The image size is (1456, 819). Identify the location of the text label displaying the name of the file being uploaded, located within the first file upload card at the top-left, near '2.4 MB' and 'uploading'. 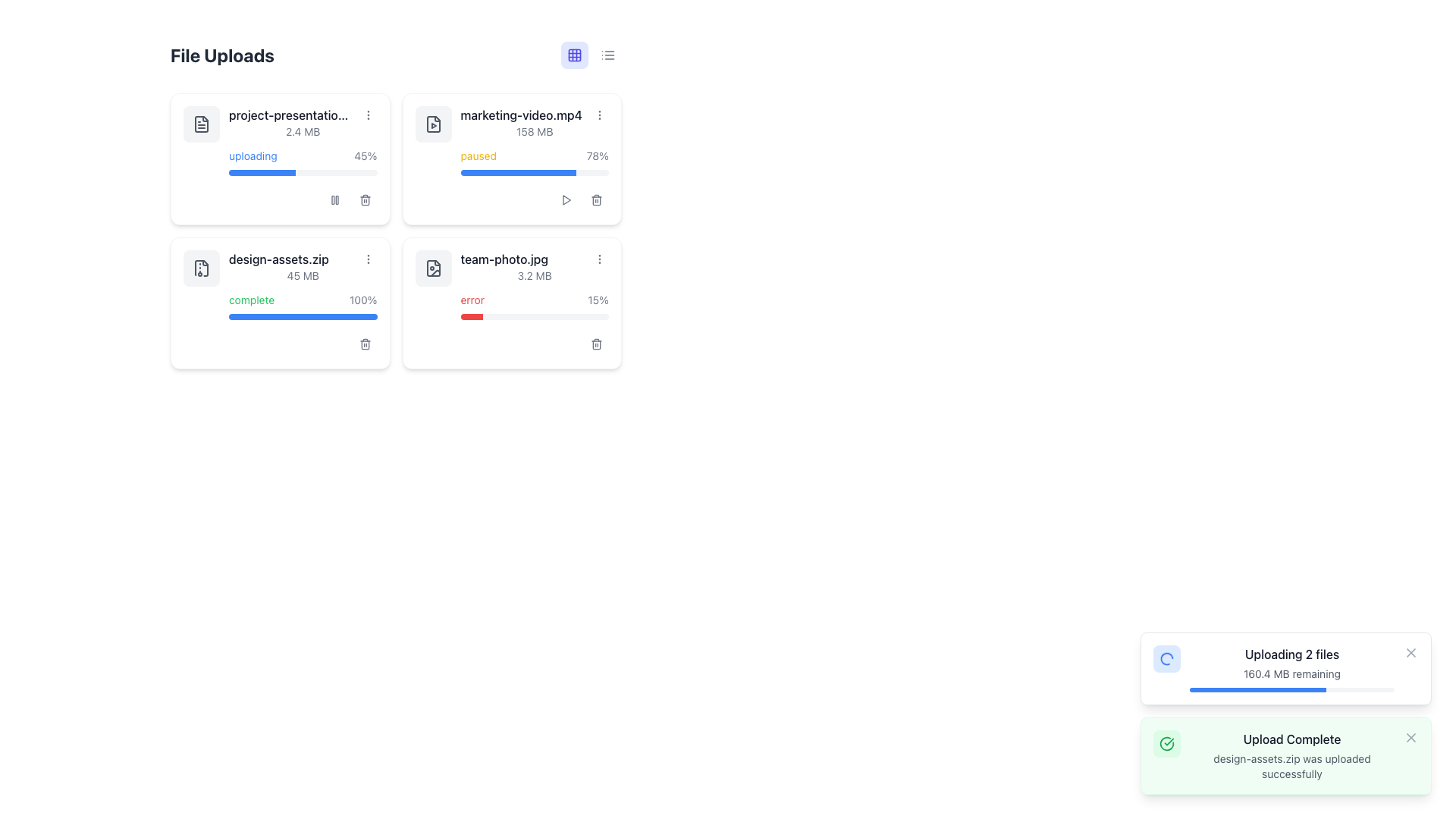
(303, 114).